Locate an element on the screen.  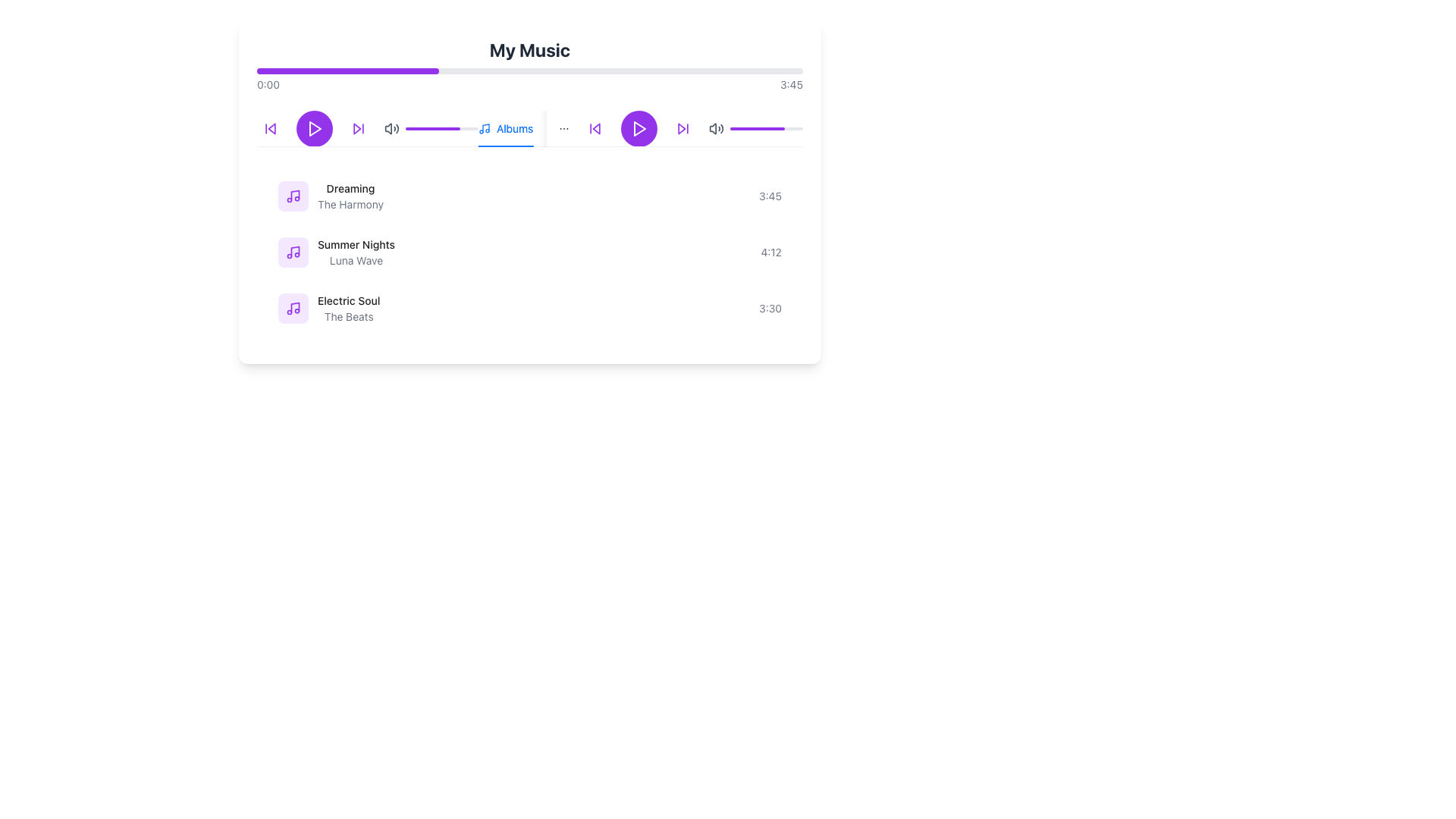
the small blue musical note icon located to the left of the 'Albums' text label in the application's toolbar is located at coordinates (483, 127).